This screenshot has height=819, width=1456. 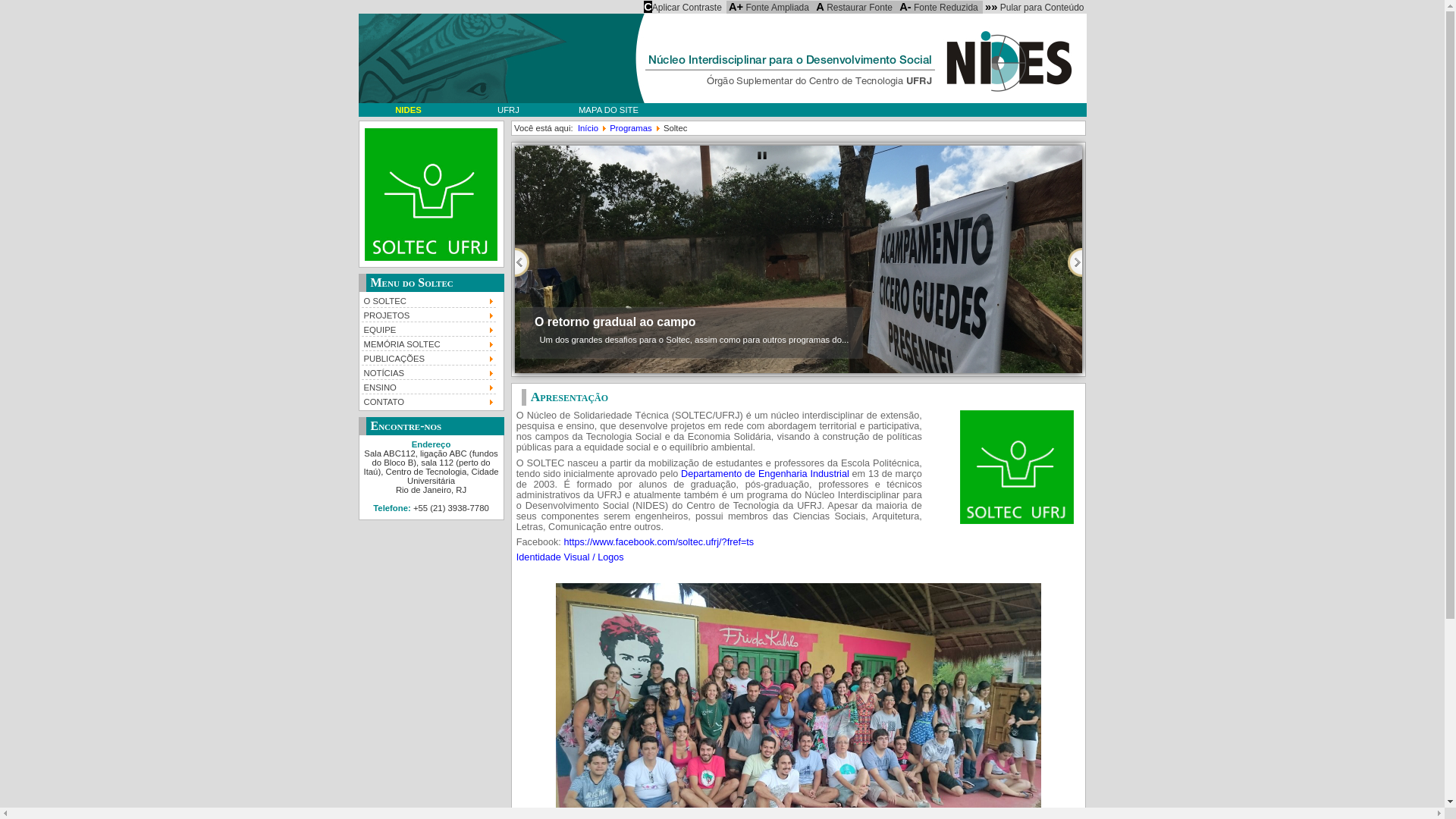 What do you see at coordinates (522, 262) in the screenshot?
I see `'Previous'` at bounding box center [522, 262].